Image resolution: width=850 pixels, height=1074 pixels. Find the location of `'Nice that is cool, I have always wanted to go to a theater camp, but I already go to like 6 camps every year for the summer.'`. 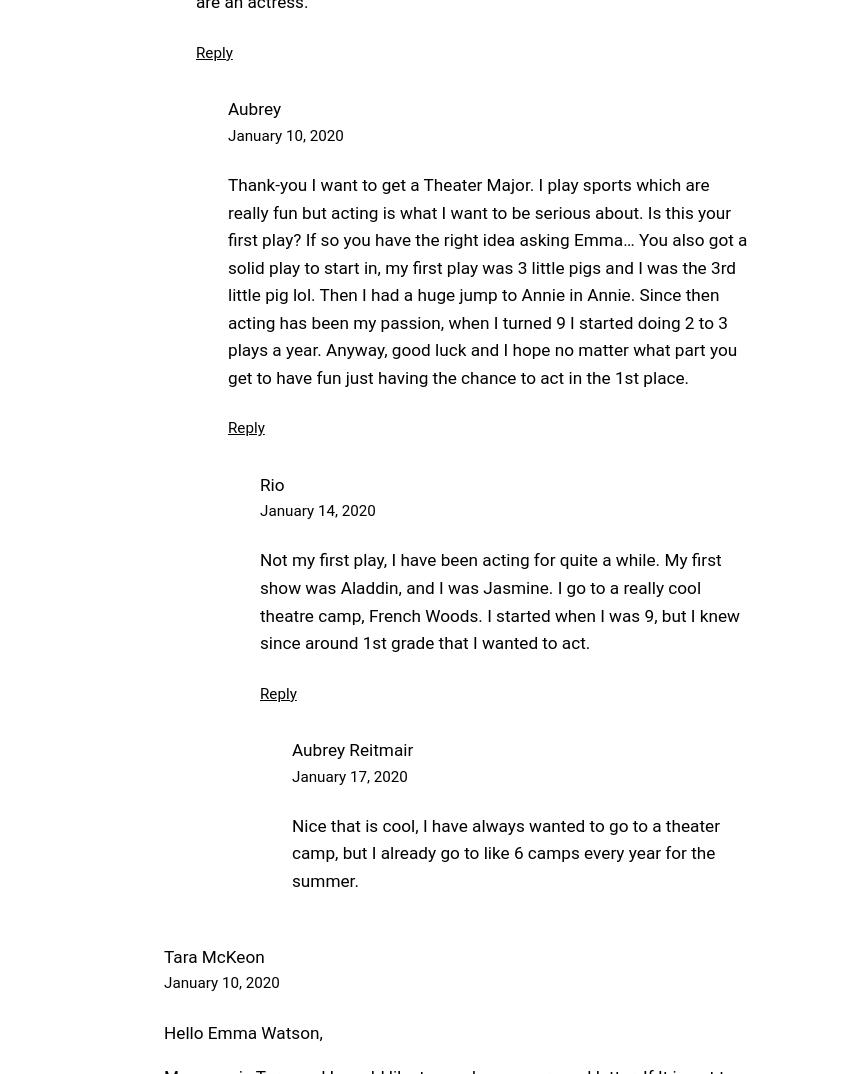

'Nice that is cool, I have always wanted to go to a theater camp, but I already go to like 6 camps every year for the summer.' is located at coordinates (505, 852).